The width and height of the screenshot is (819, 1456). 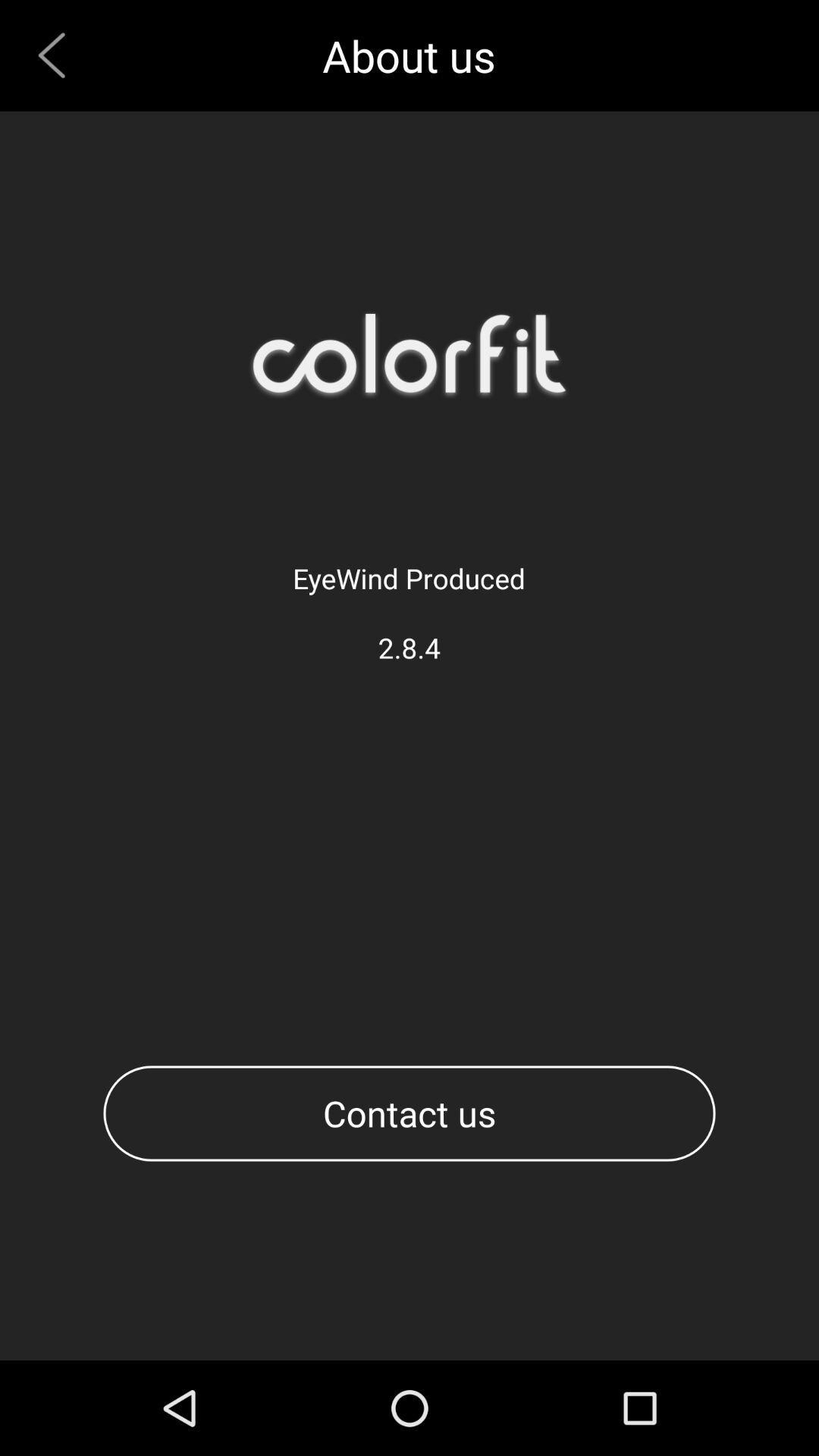 What do you see at coordinates (409, 1113) in the screenshot?
I see `the contact us at the bottom` at bounding box center [409, 1113].